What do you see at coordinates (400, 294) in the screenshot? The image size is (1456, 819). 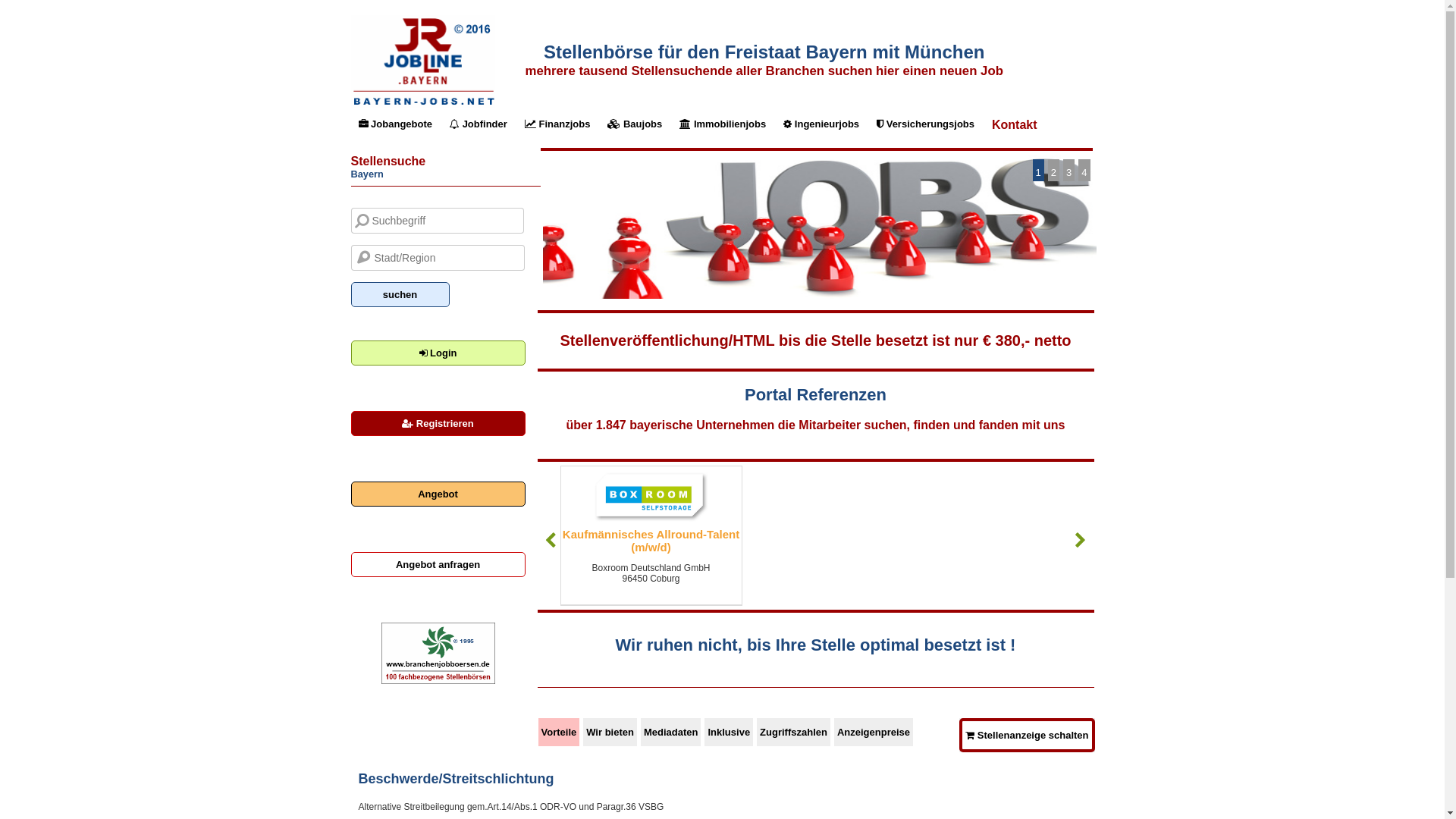 I see `'suchen'` at bounding box center [400, 294].